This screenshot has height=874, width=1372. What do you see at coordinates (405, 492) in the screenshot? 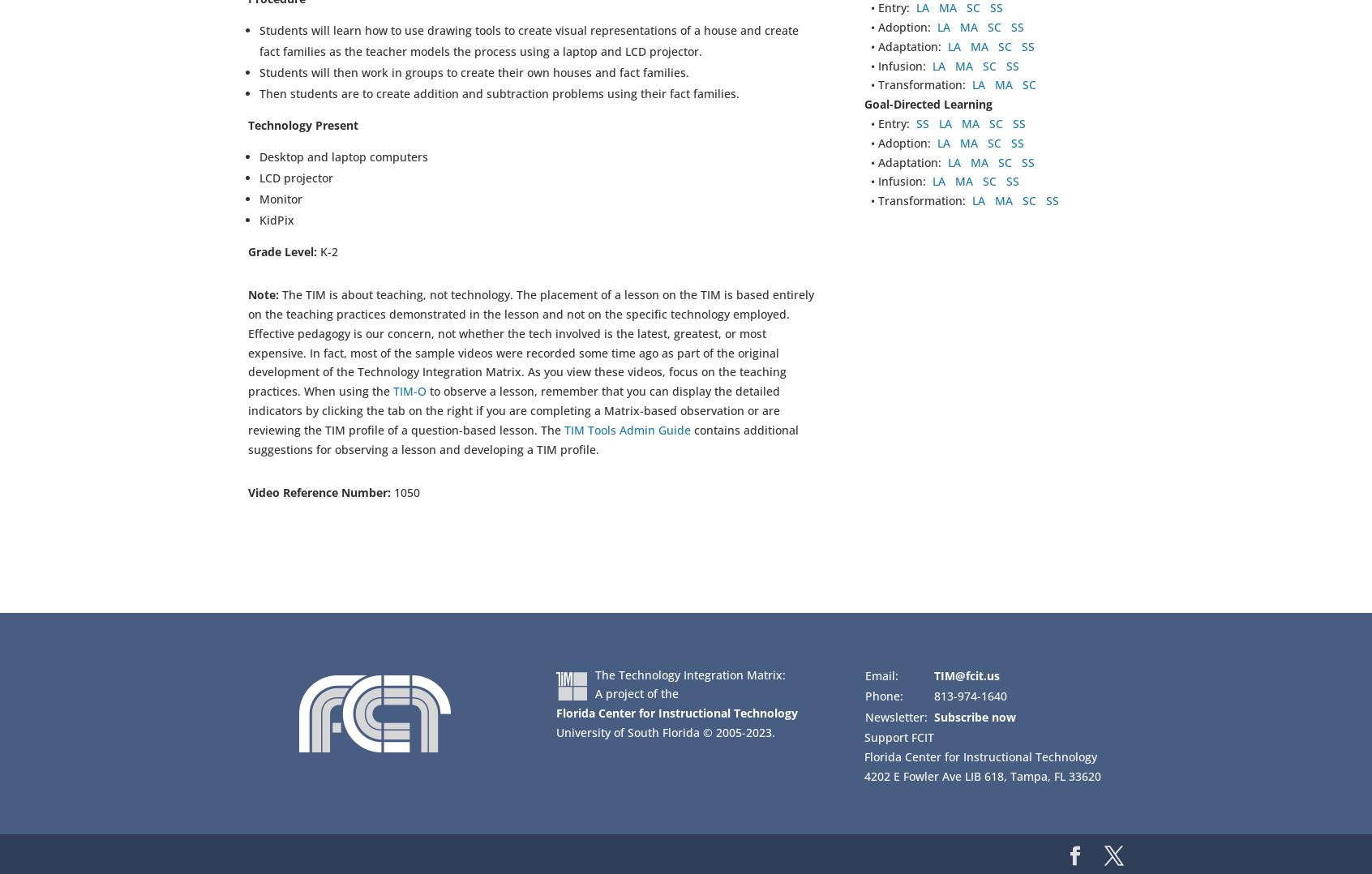
I see `'1050'` at bounding box center [405, 492].